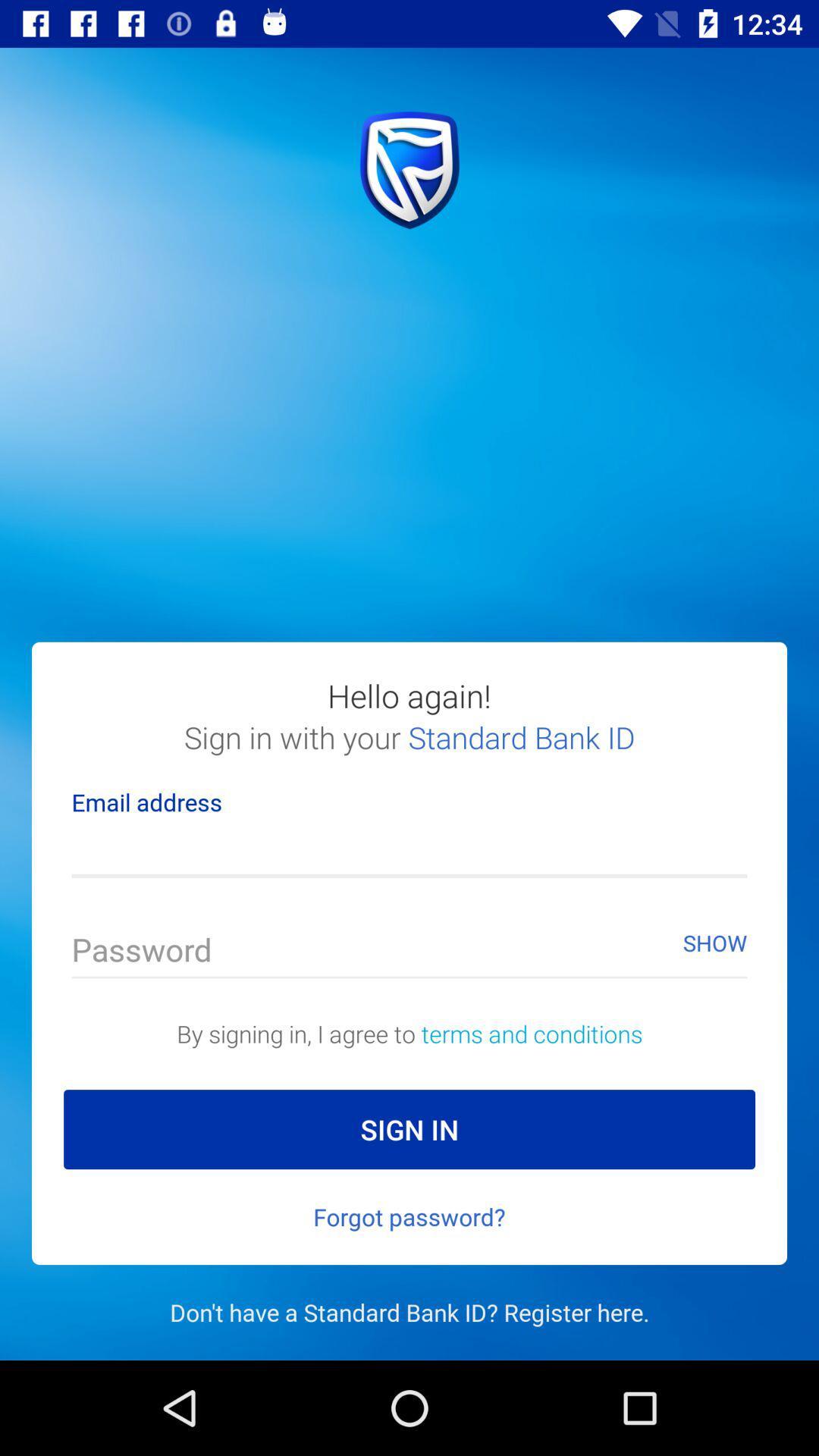 This screenshot has width=819, height=1456. I want to click on emailaddress, so click(409, 851).